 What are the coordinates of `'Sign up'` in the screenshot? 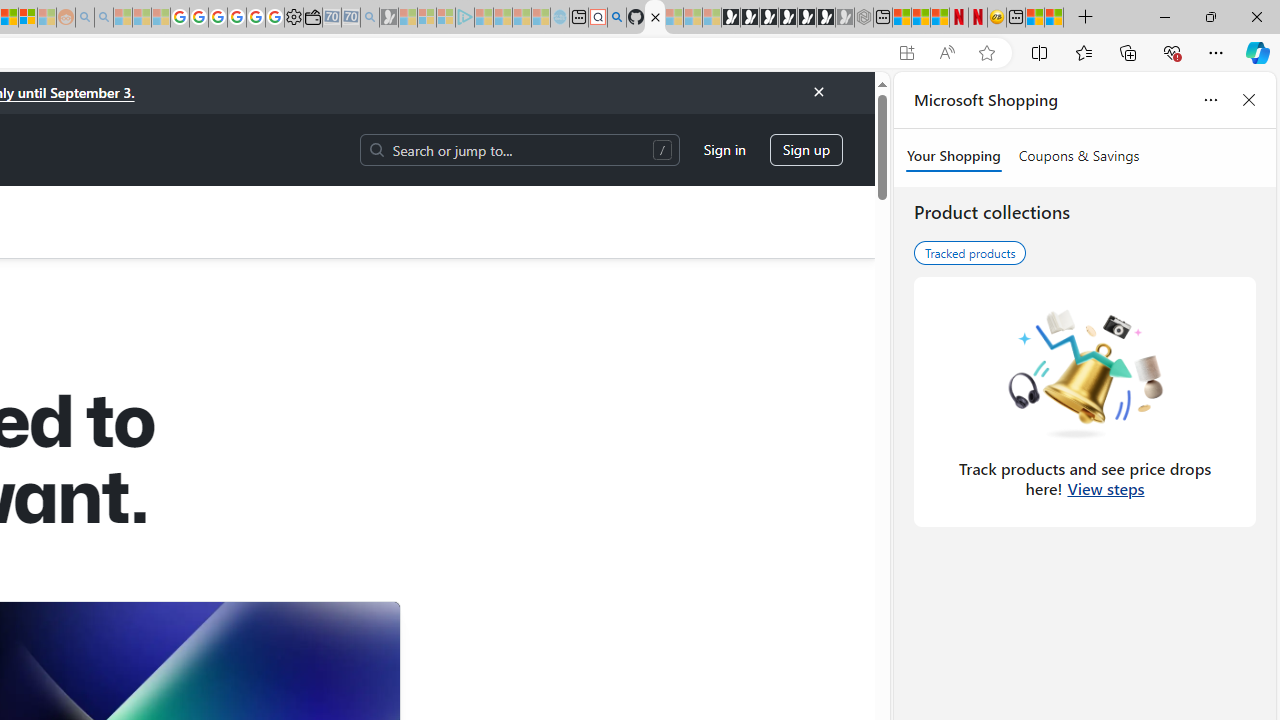 It's located at (807, 148).